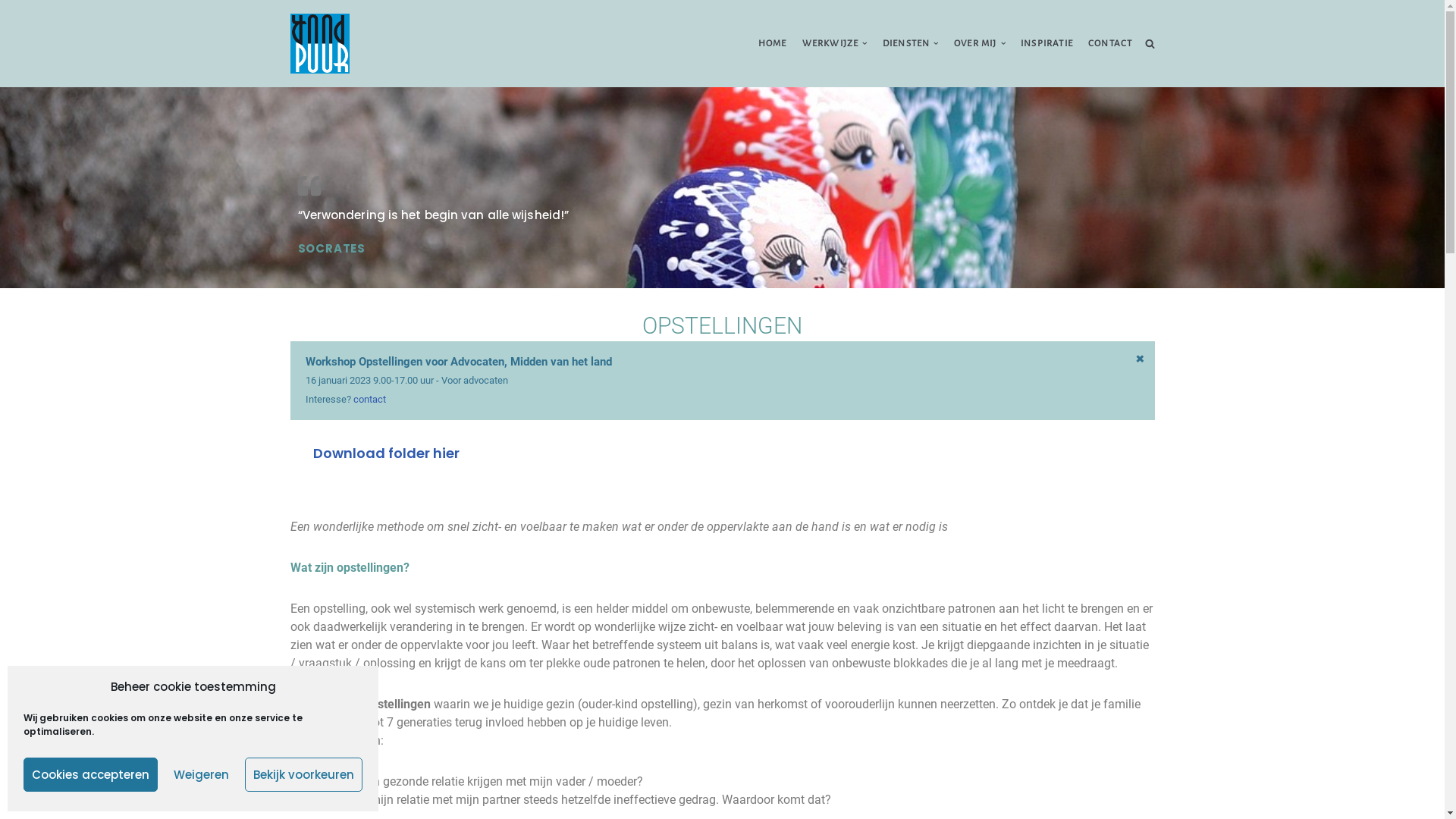 The image size is (1456, 819). Describe the element at coordinates (772, 42) in the screenshot. I see `'HOME'` at that location.